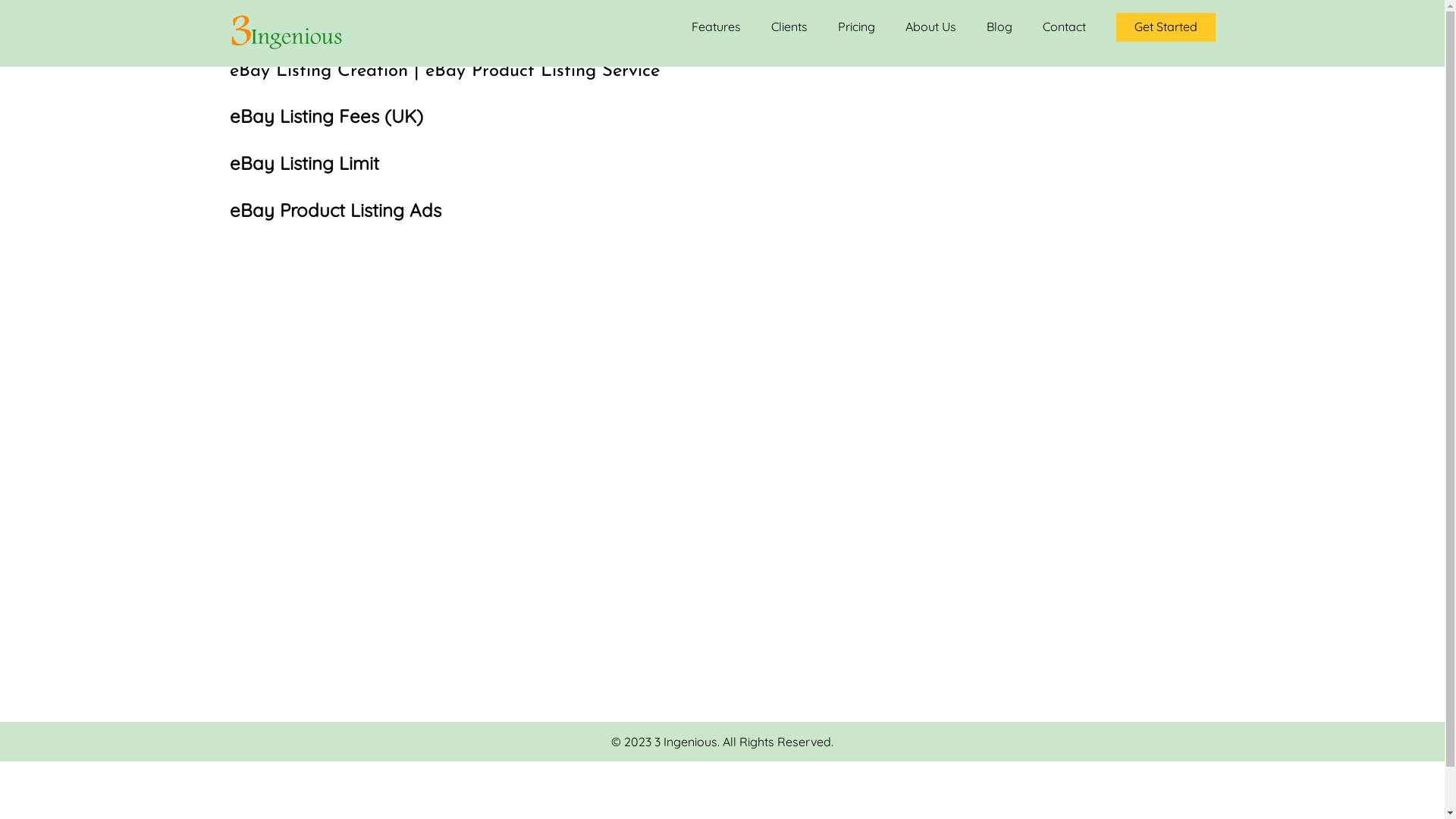 The image size is (1456, 819). I want to click on 'Pricing', so click(855, 27).